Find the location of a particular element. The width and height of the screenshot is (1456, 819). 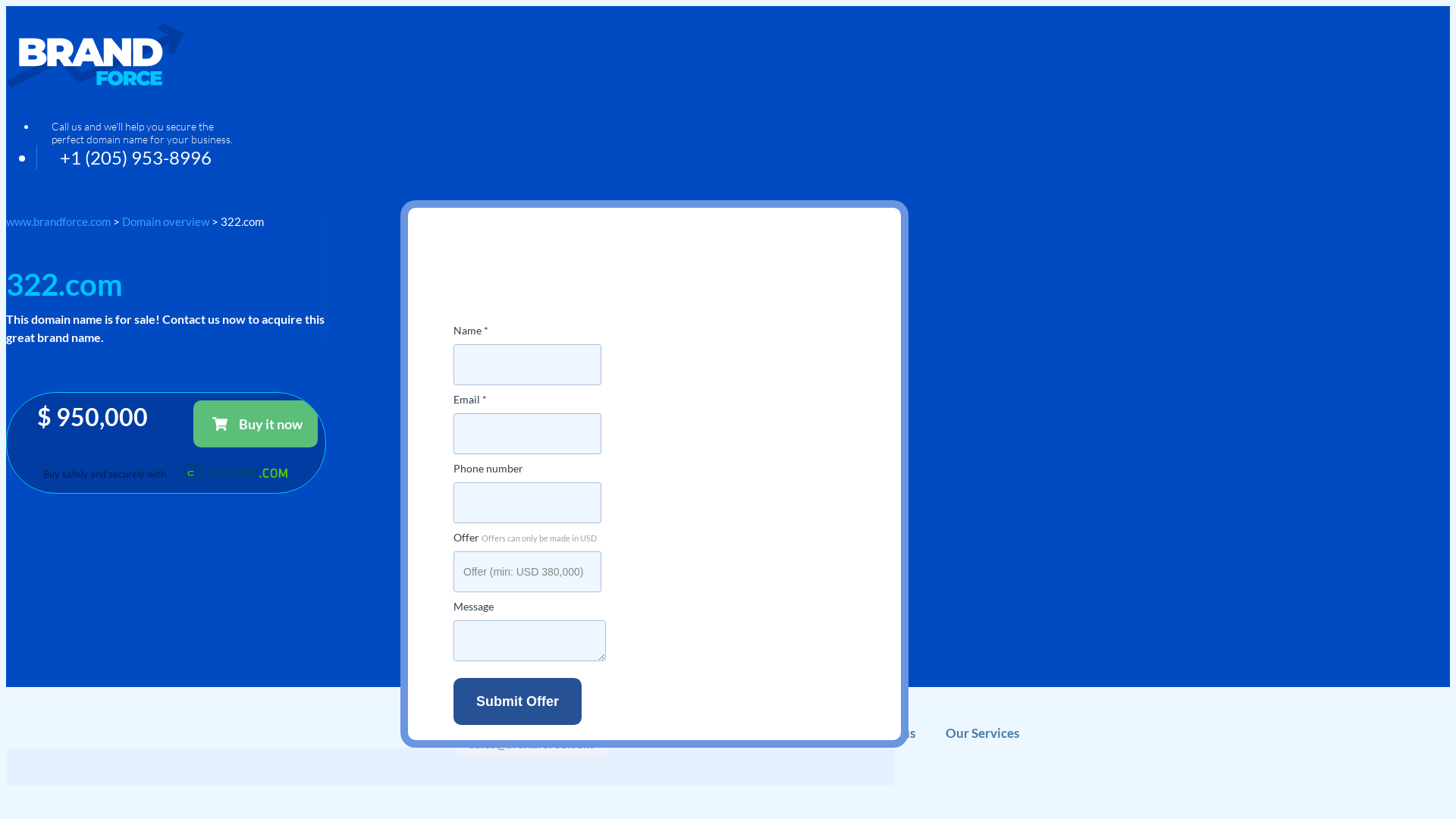

'Submit offer' is located at coordinates (517, 701).